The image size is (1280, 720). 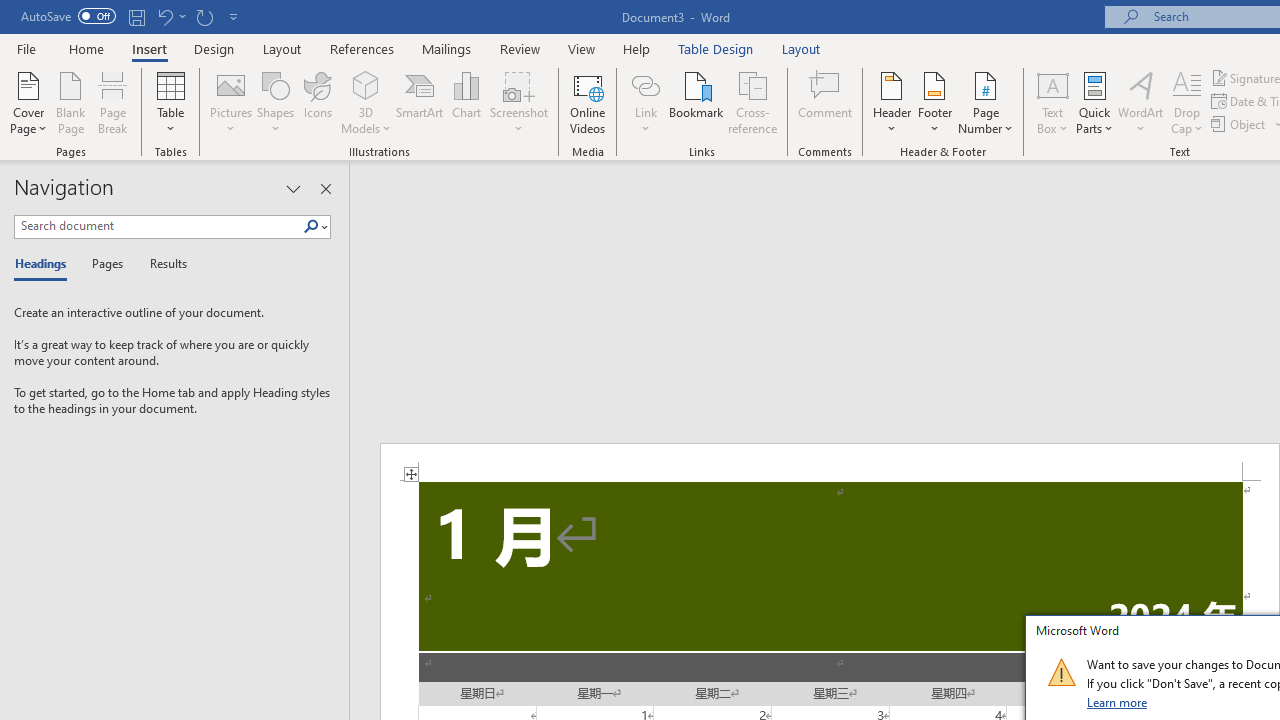 I want to click on 'Link', so click(x=645, y=103).